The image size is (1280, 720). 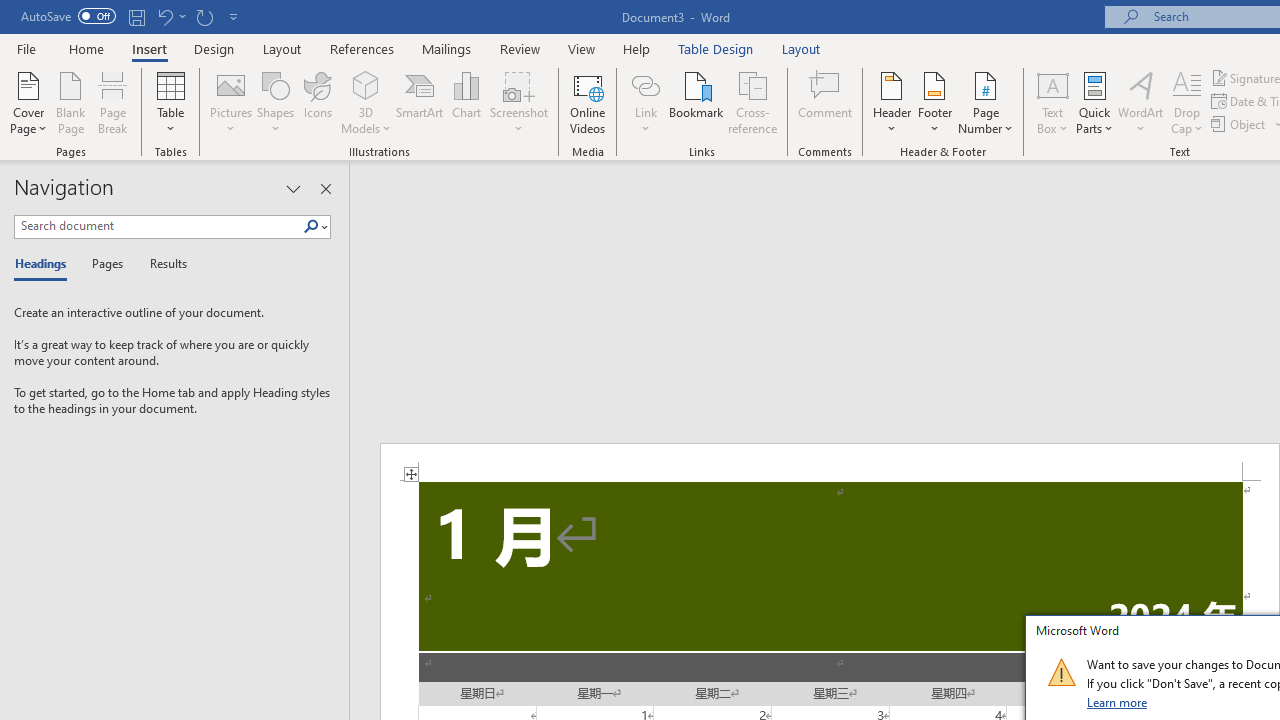 I want to click on 'Link', so click(x=645, y=103).